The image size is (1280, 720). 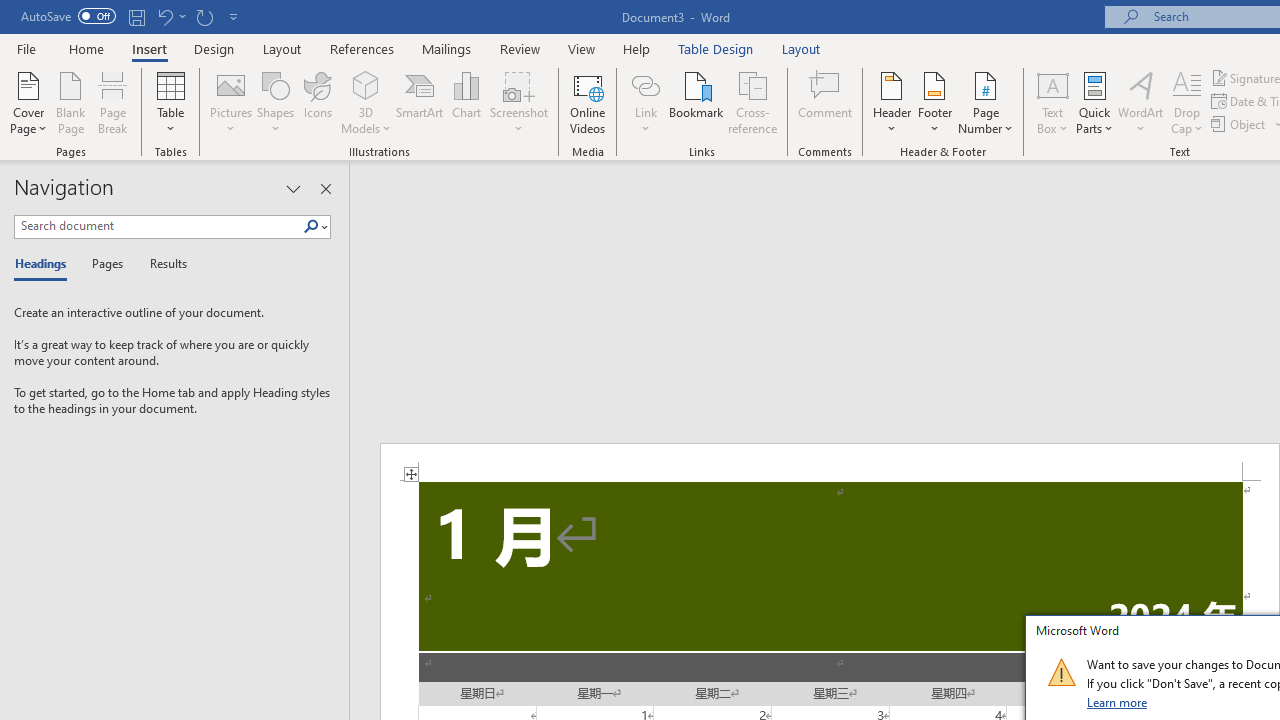 I want to click on 'Link', so click(x=645, y=103).